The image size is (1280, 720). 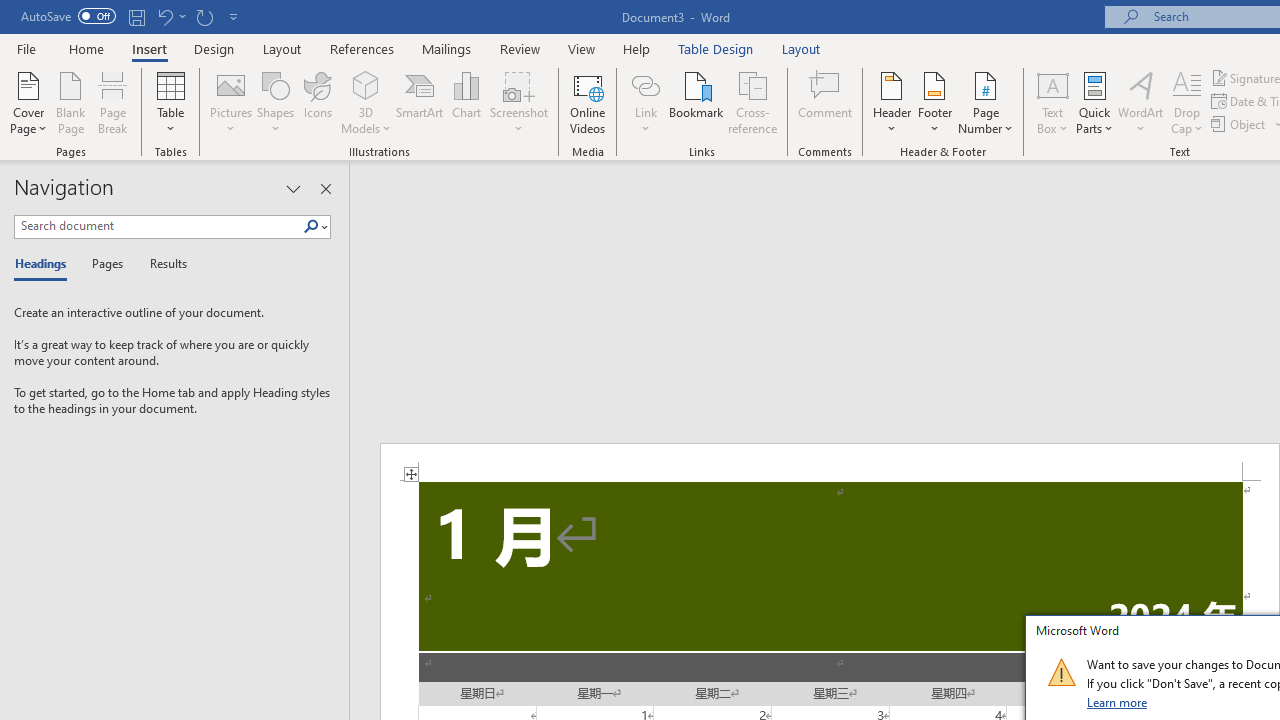 I want to click on 'Link', so click(x=645, y=103).